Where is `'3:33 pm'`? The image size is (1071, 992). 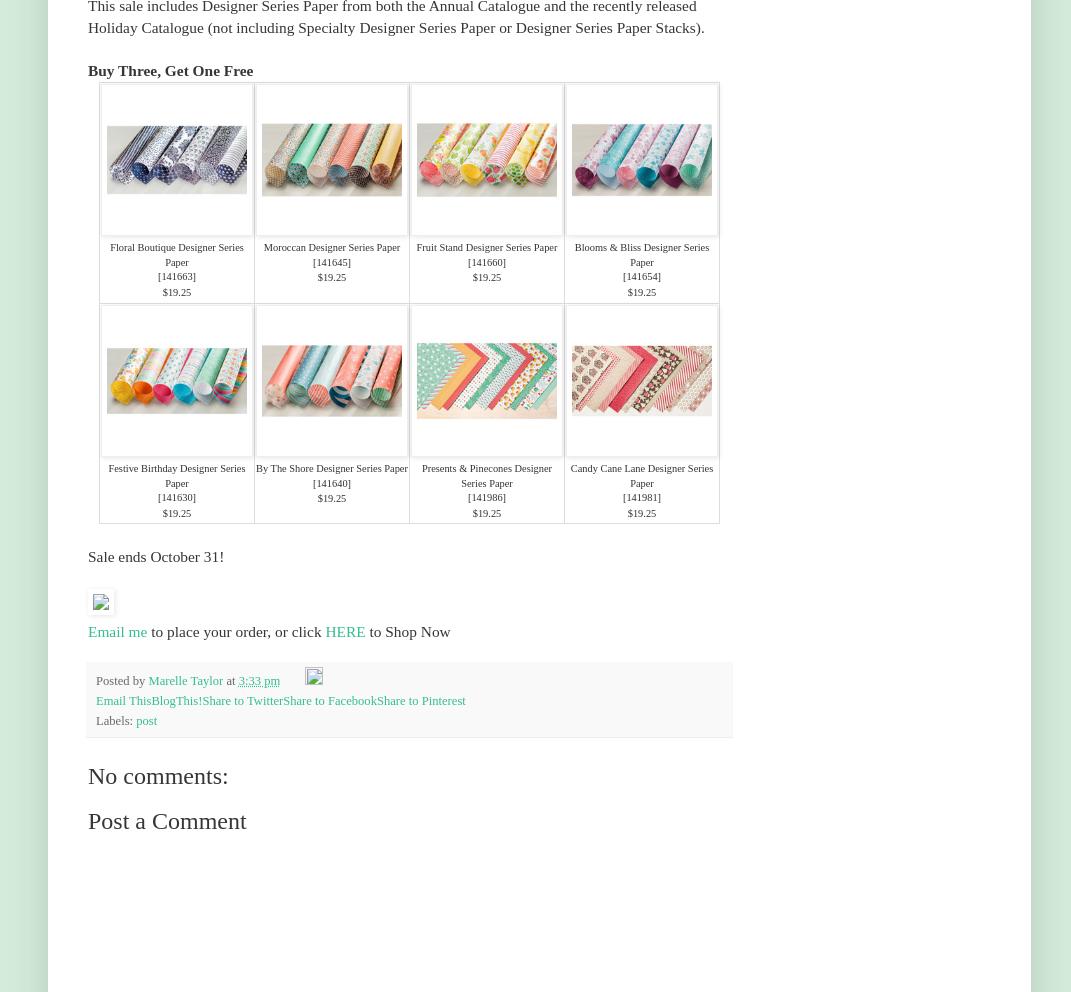
'3:33 pm' is located at coordinates (258, 680).